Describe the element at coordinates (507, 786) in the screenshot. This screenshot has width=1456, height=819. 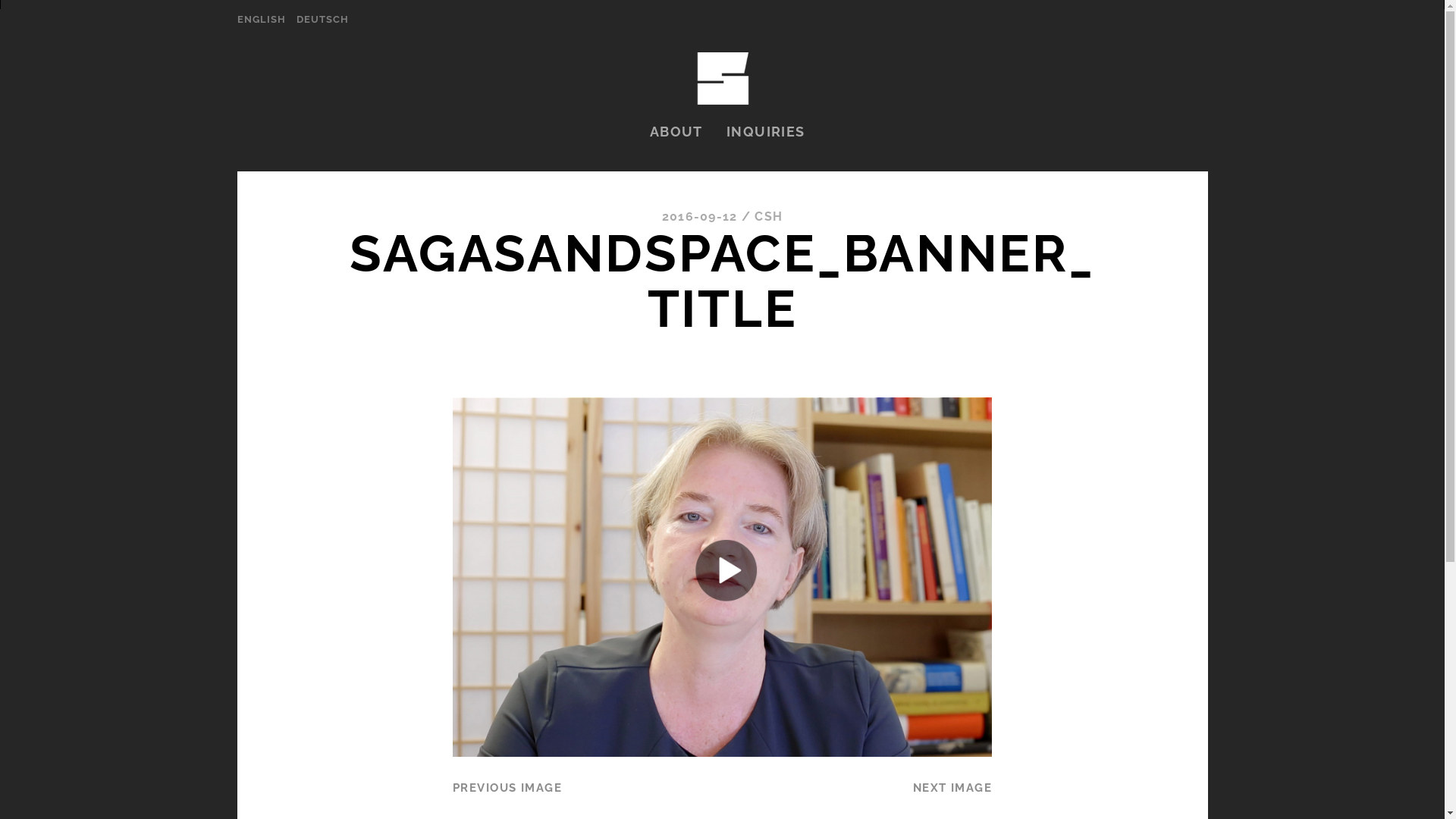
I see `'PREVIOUS IMAGE'` at that location.